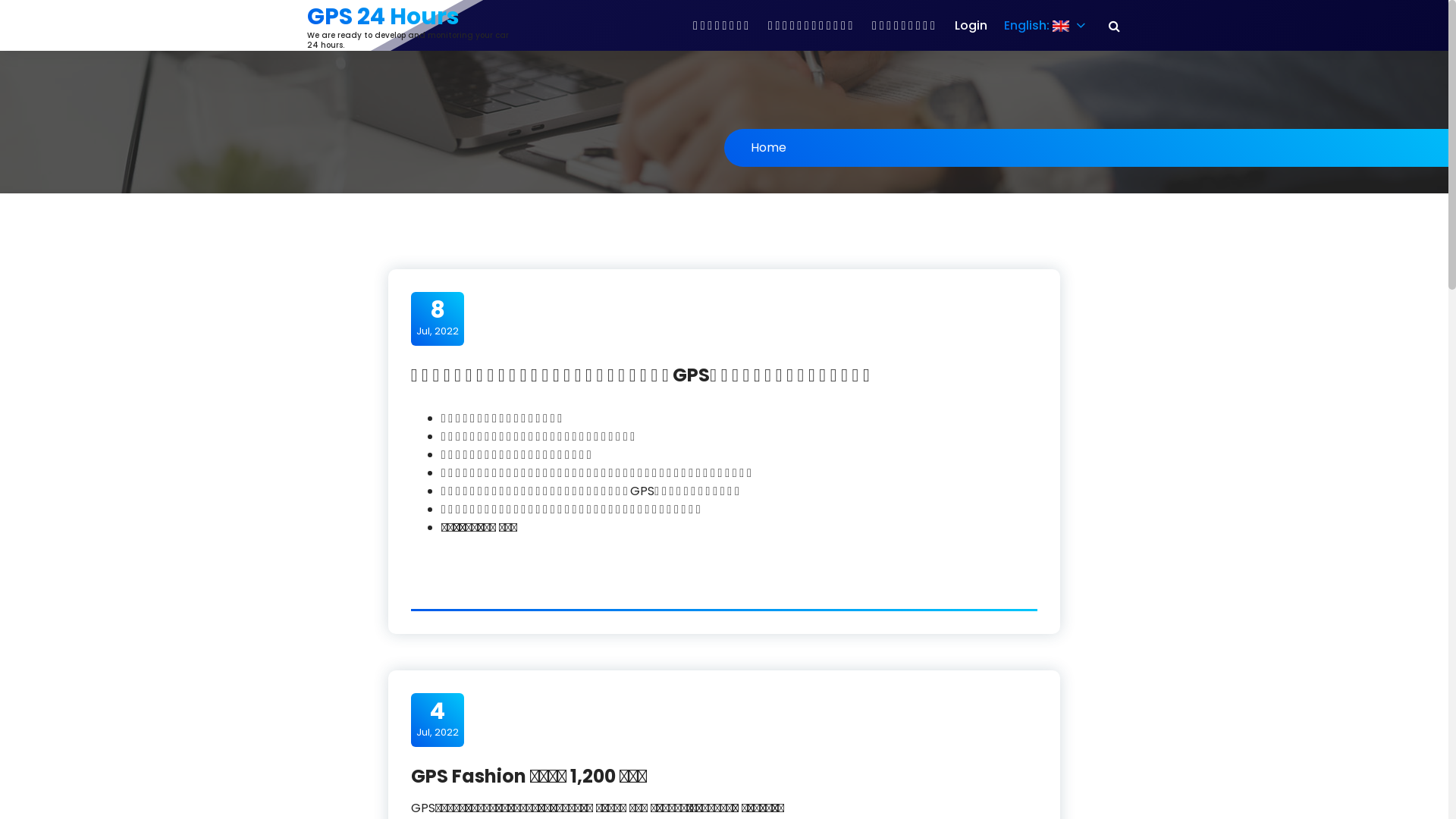 Image resolution: width=1456 pixels, height=819 pixels. What do you see at coordinates (944, 25) in the screenshot?
I see `'Login'` at bounding box center [944, 25].